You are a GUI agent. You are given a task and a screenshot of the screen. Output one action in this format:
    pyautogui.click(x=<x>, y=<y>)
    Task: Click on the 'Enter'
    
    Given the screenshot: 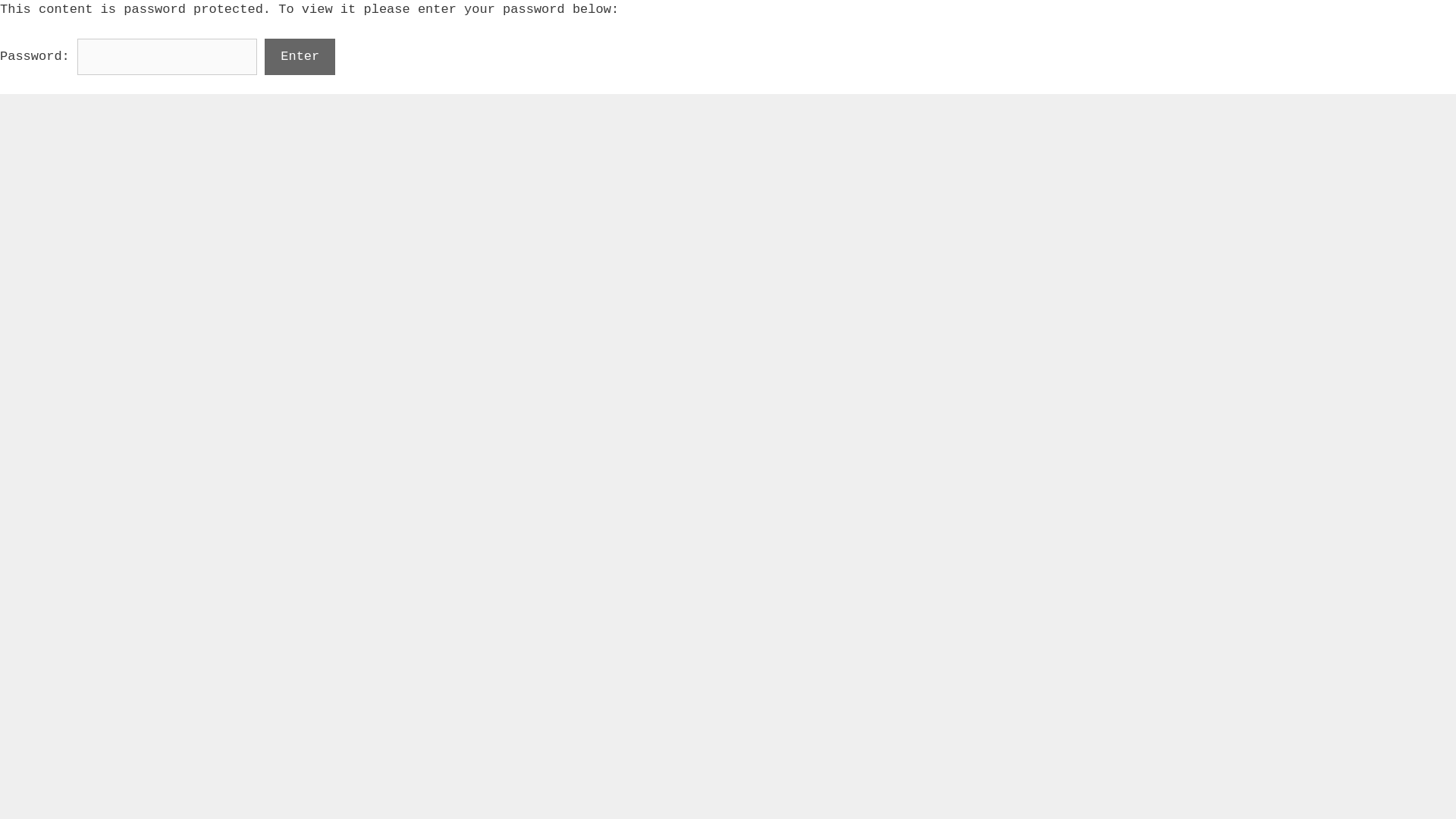 What is the action you would take?
    pyautogui.click(x=265, y=55)
    